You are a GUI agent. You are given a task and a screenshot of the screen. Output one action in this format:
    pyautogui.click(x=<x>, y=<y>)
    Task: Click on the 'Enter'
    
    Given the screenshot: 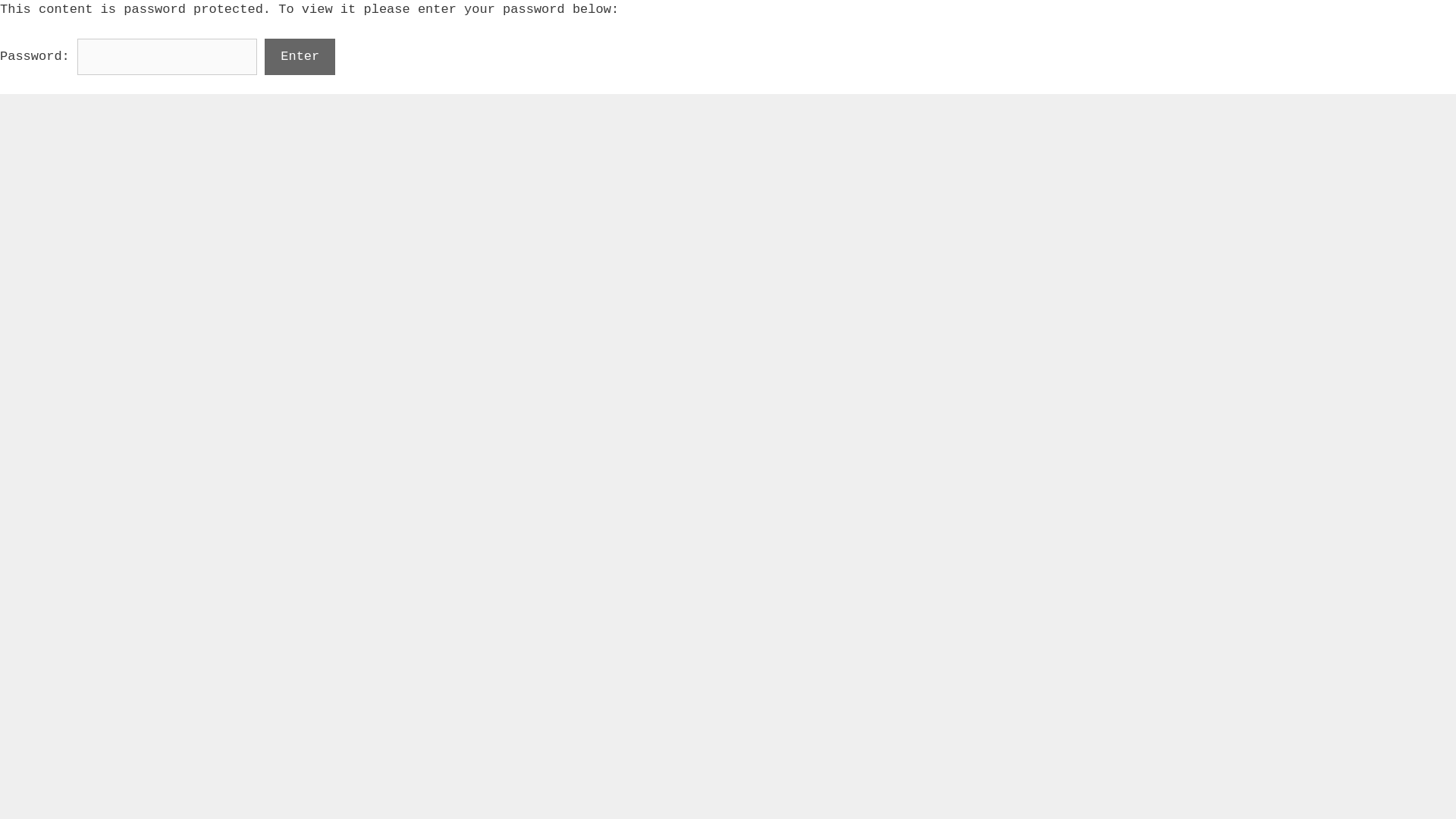 What is the action you would take?
    pyautogui.click(x=265, y=55)
    